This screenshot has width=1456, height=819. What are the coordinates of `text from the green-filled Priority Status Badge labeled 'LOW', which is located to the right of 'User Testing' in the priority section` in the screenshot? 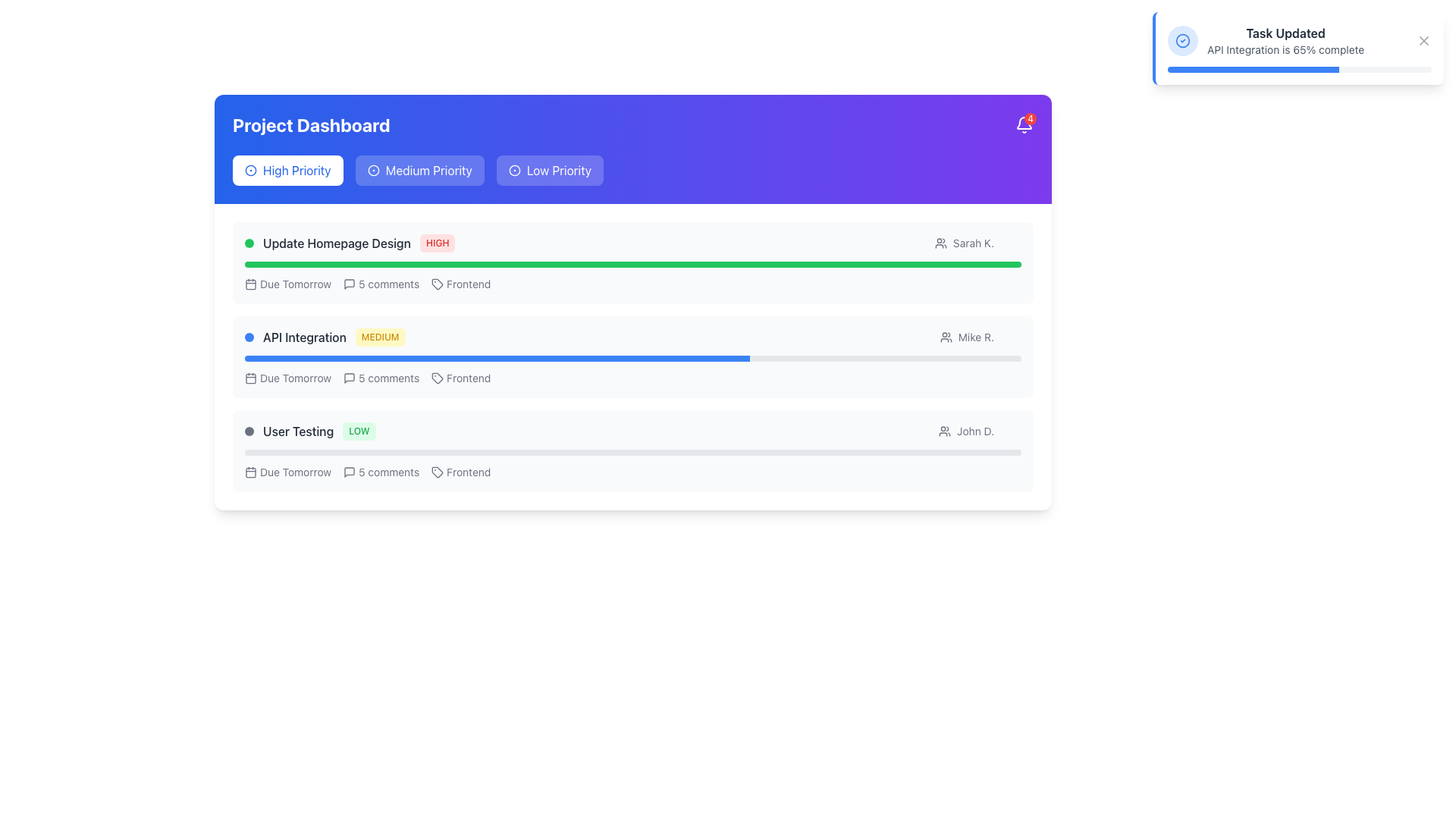 It's located at (358, 431).